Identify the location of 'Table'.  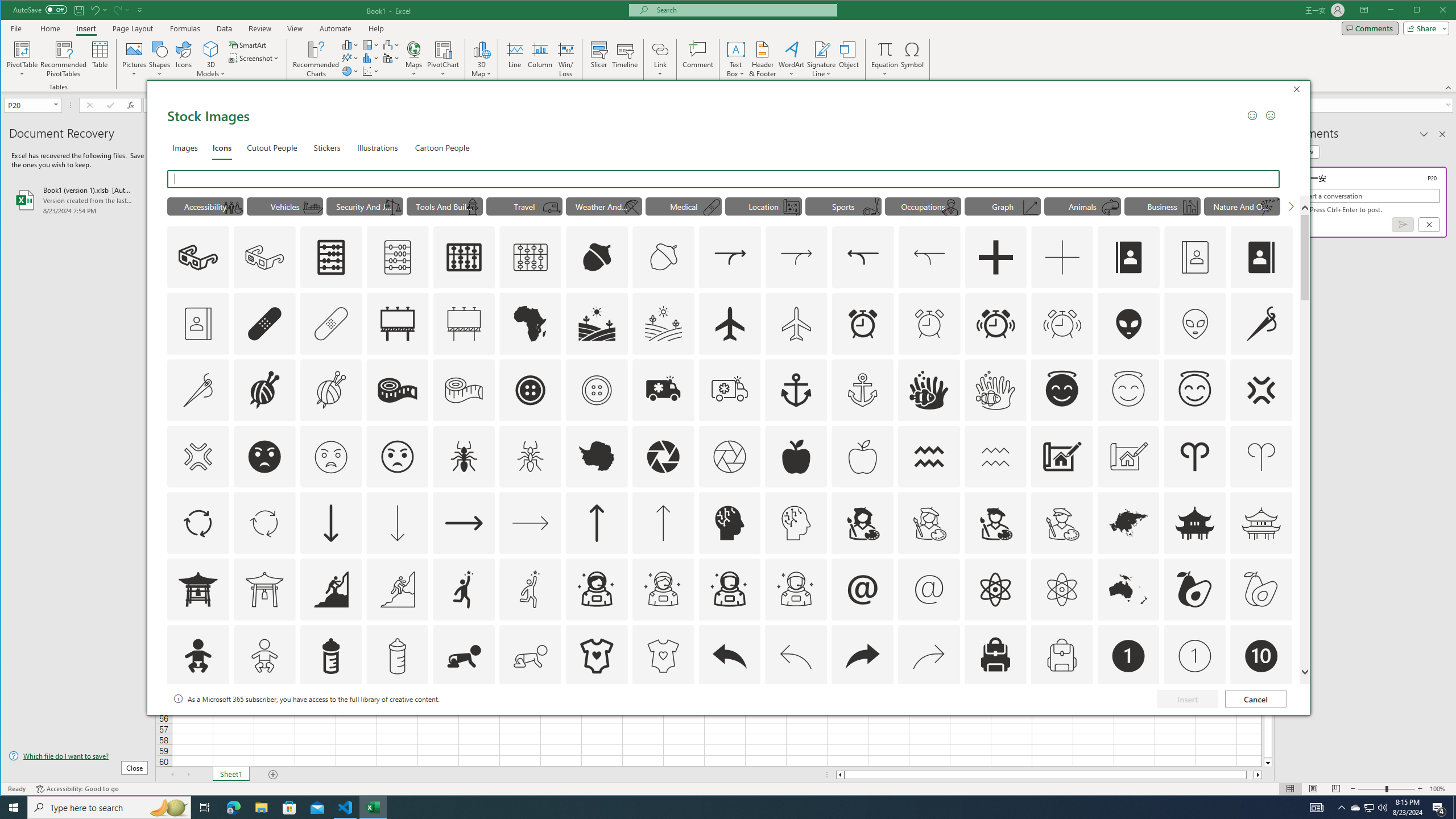
(100, 59).